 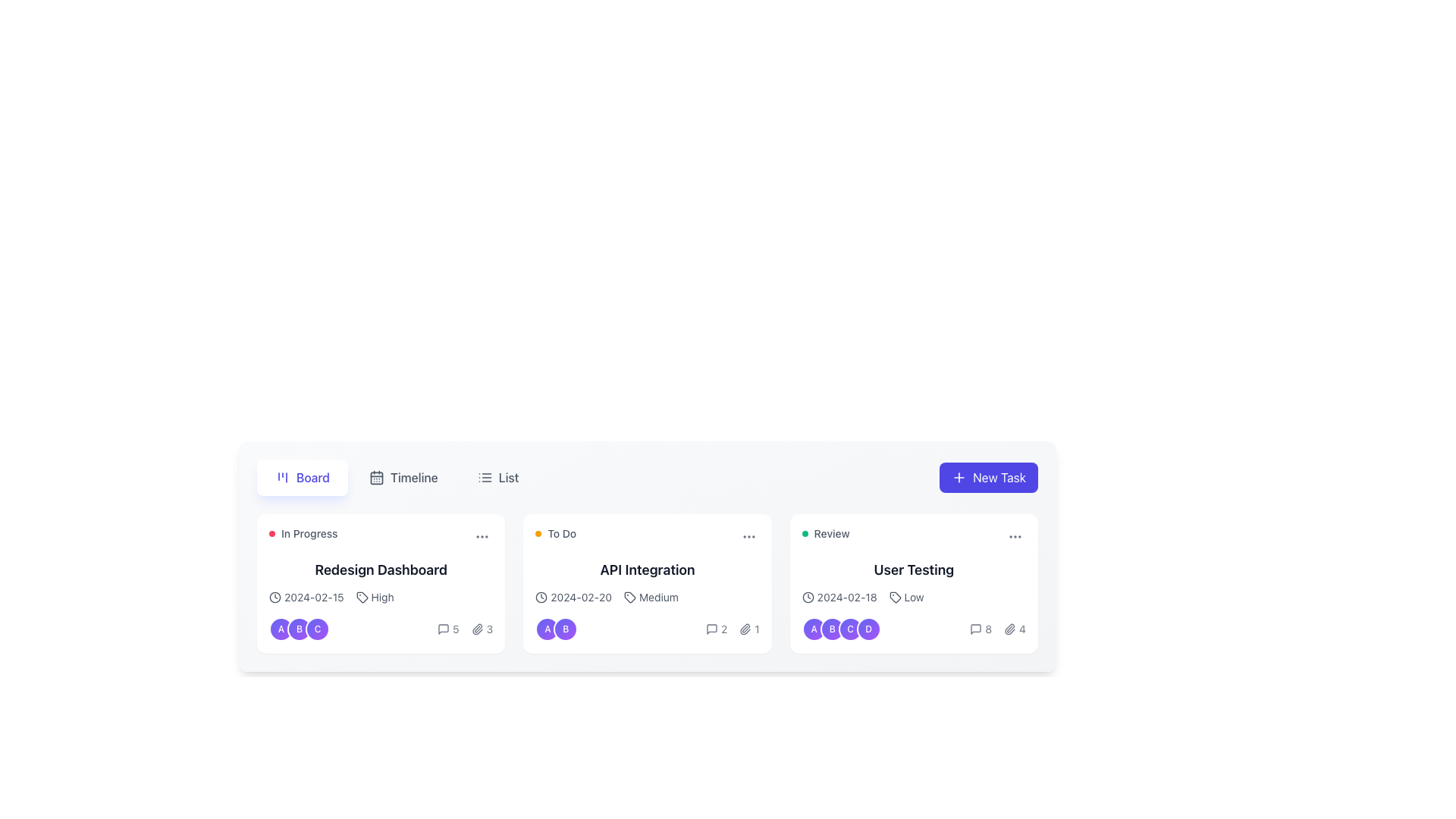 I want to click on the button labeled 'Board', which is the first button in a group of similar buttons located at the top-left of the interface, so click(x=302, y=476).